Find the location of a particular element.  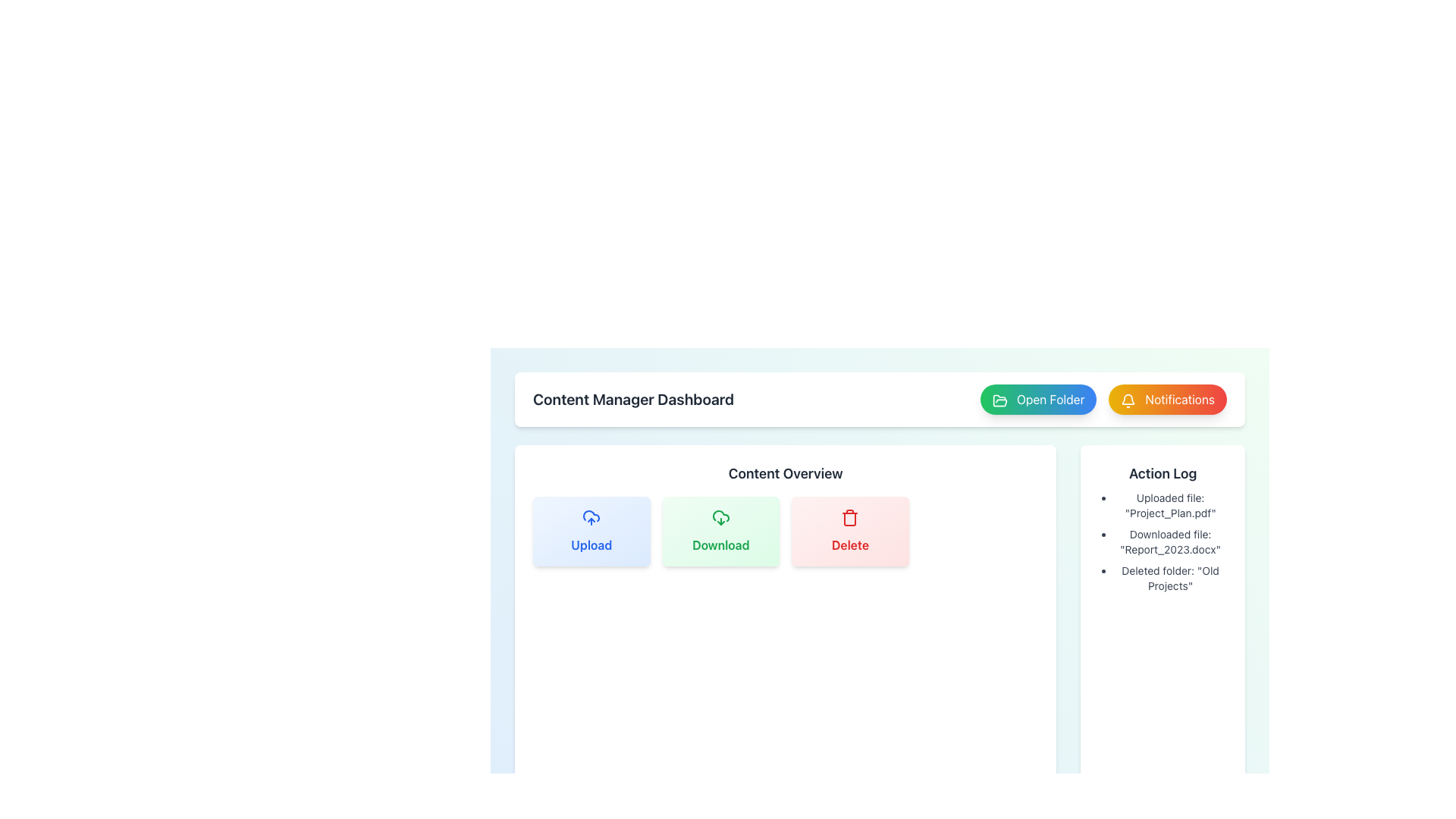

the delete icon located to the left of the 'Delete' text in the 'Content Overview' section is located at coordinates (850, 516).